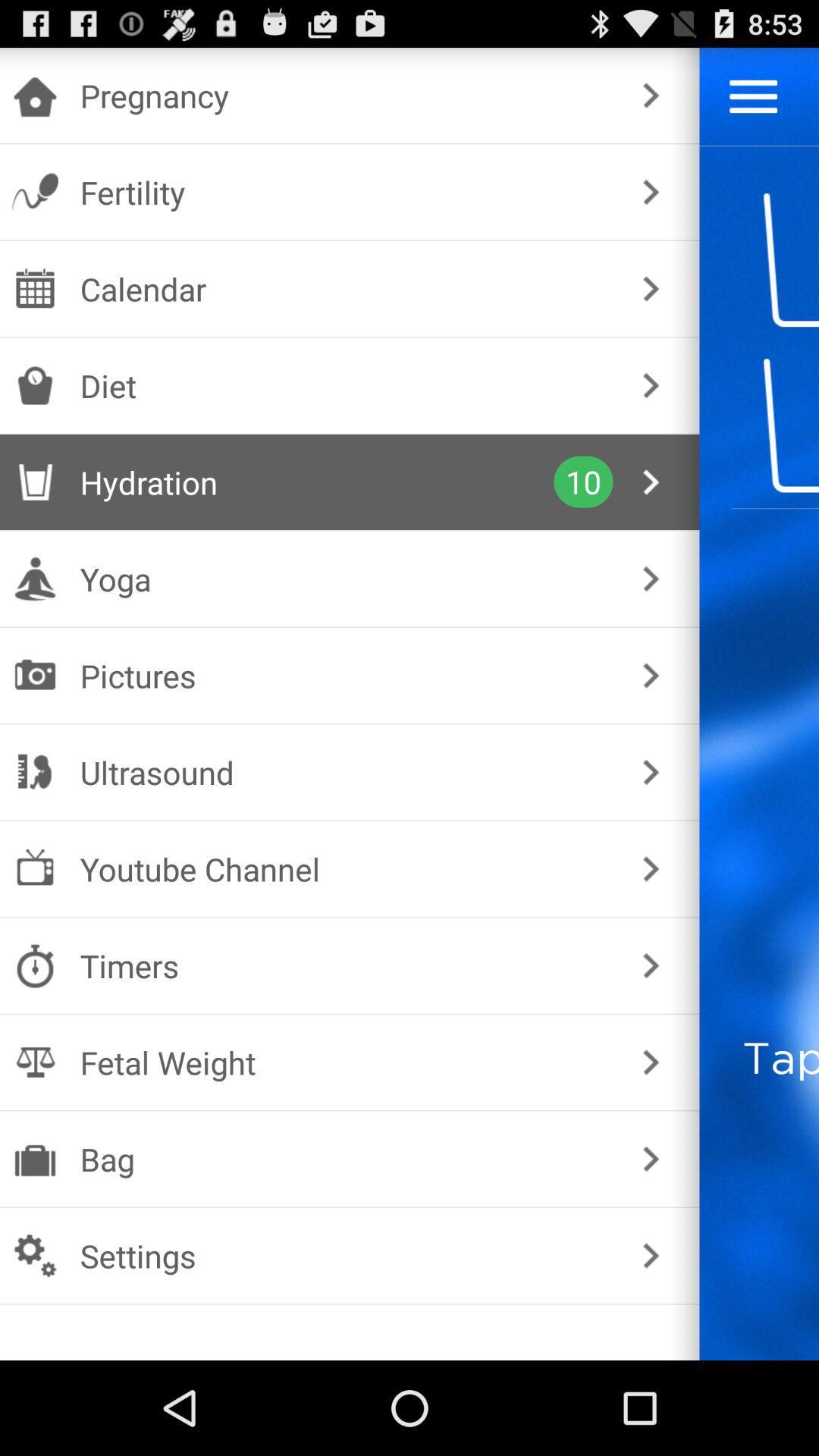  Describe the element at coordinates (316, 481) in the screenshot. I see `the hydration item` at that location.